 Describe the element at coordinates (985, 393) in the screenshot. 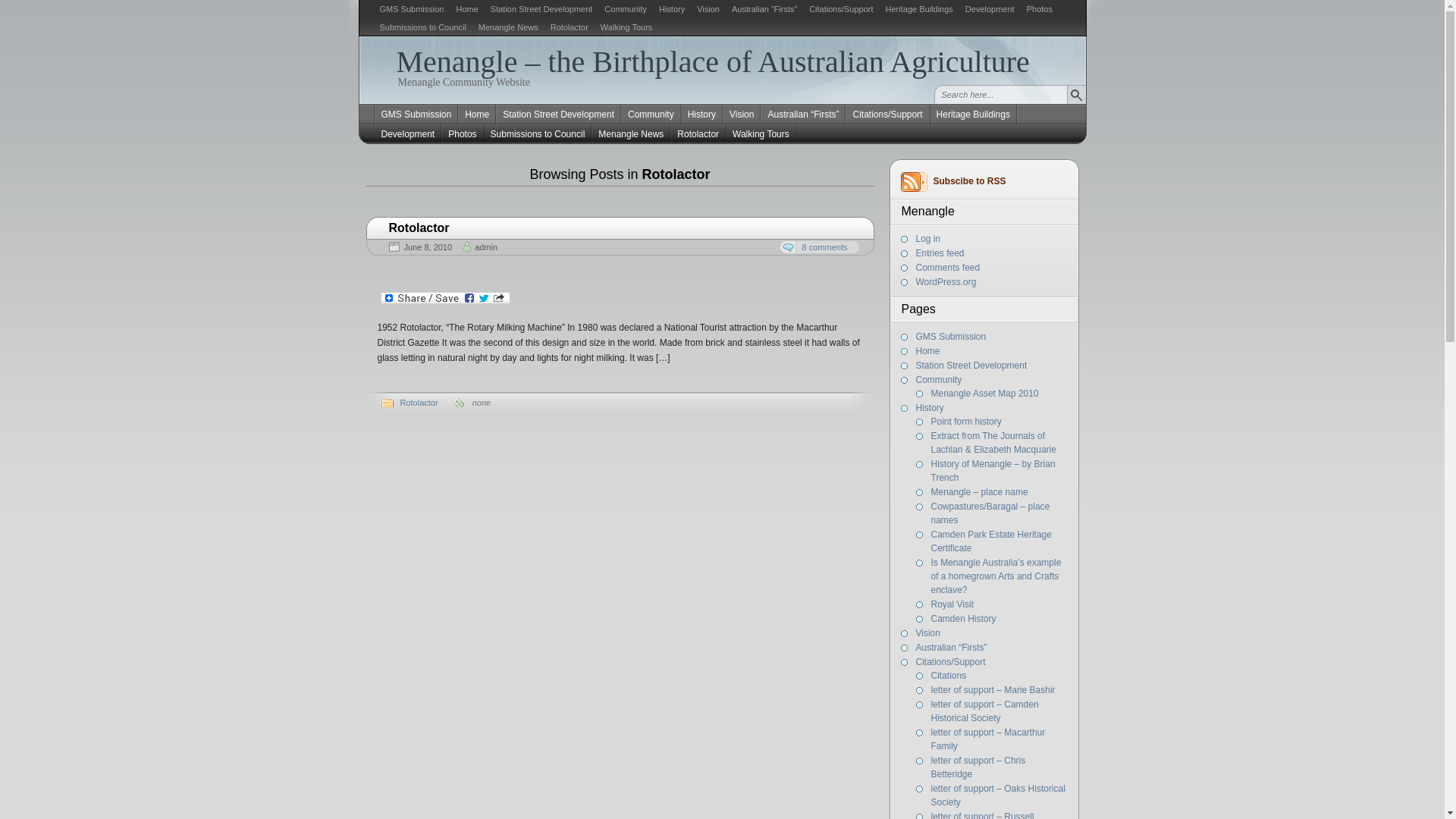

I see `'Menangle Asset Map 2010'` at that location.